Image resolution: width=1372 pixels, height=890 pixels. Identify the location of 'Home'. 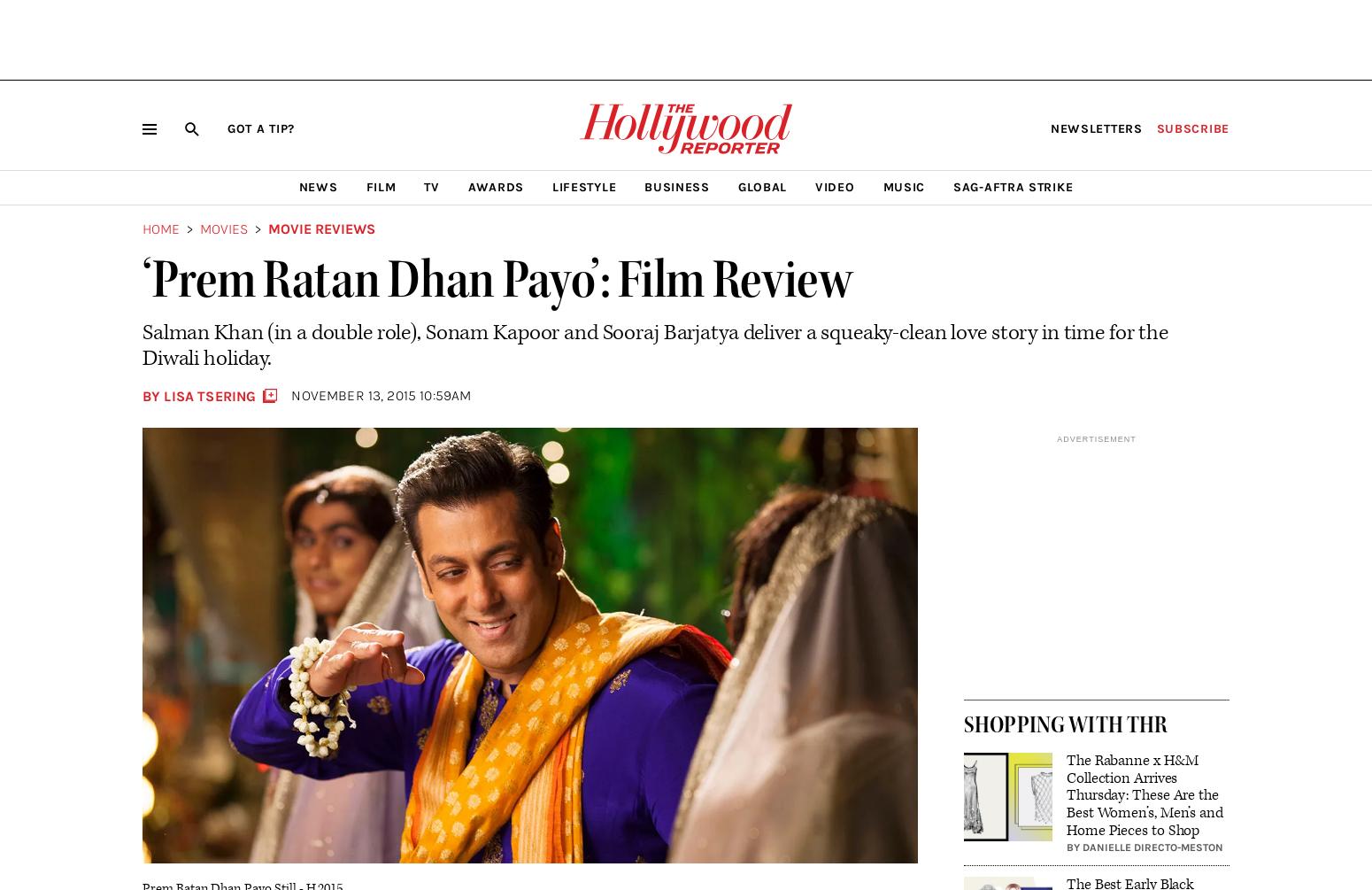
(159, 228).